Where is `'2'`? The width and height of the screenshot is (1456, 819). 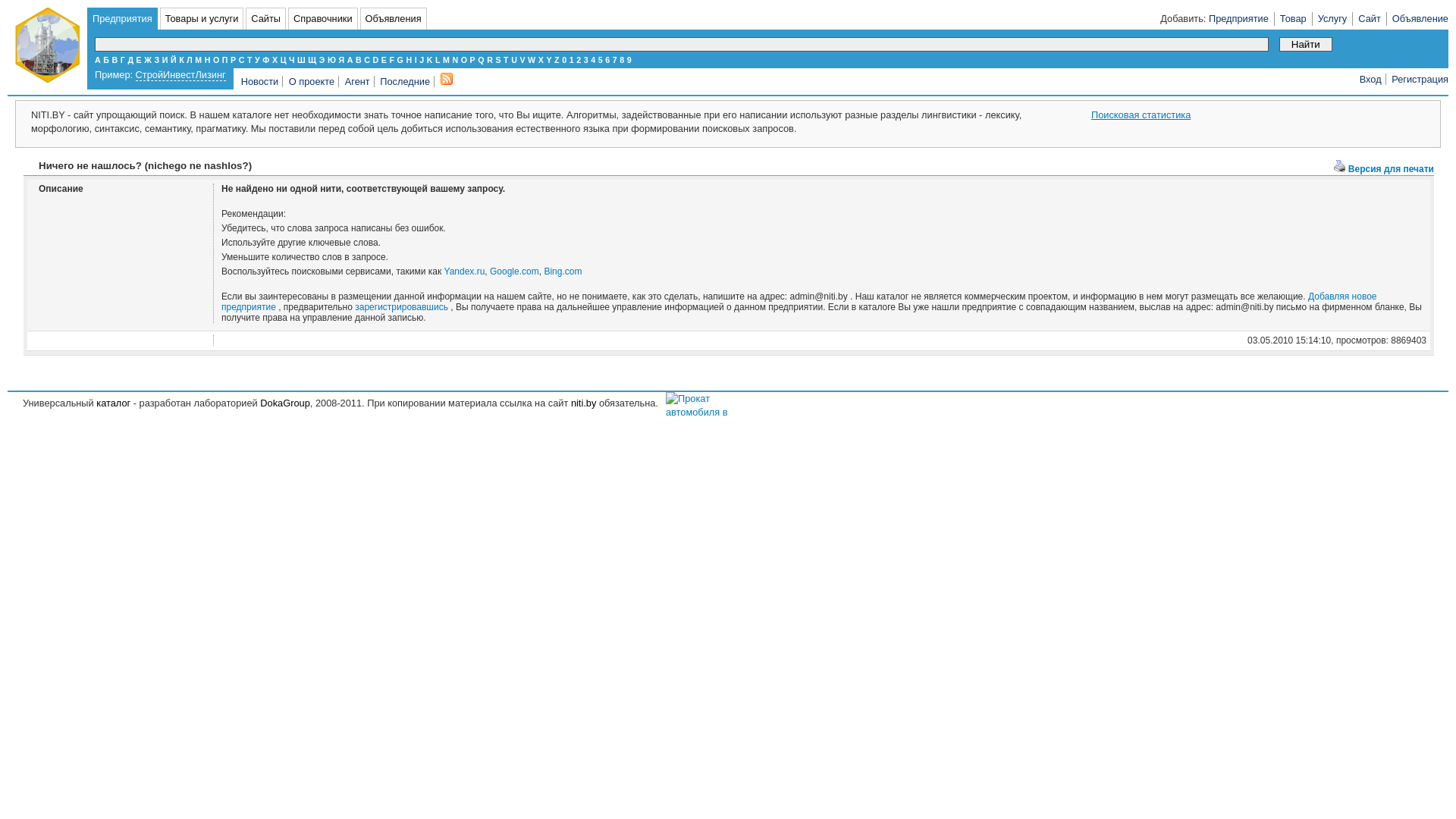 '2' is located at coordinates (578, 58).